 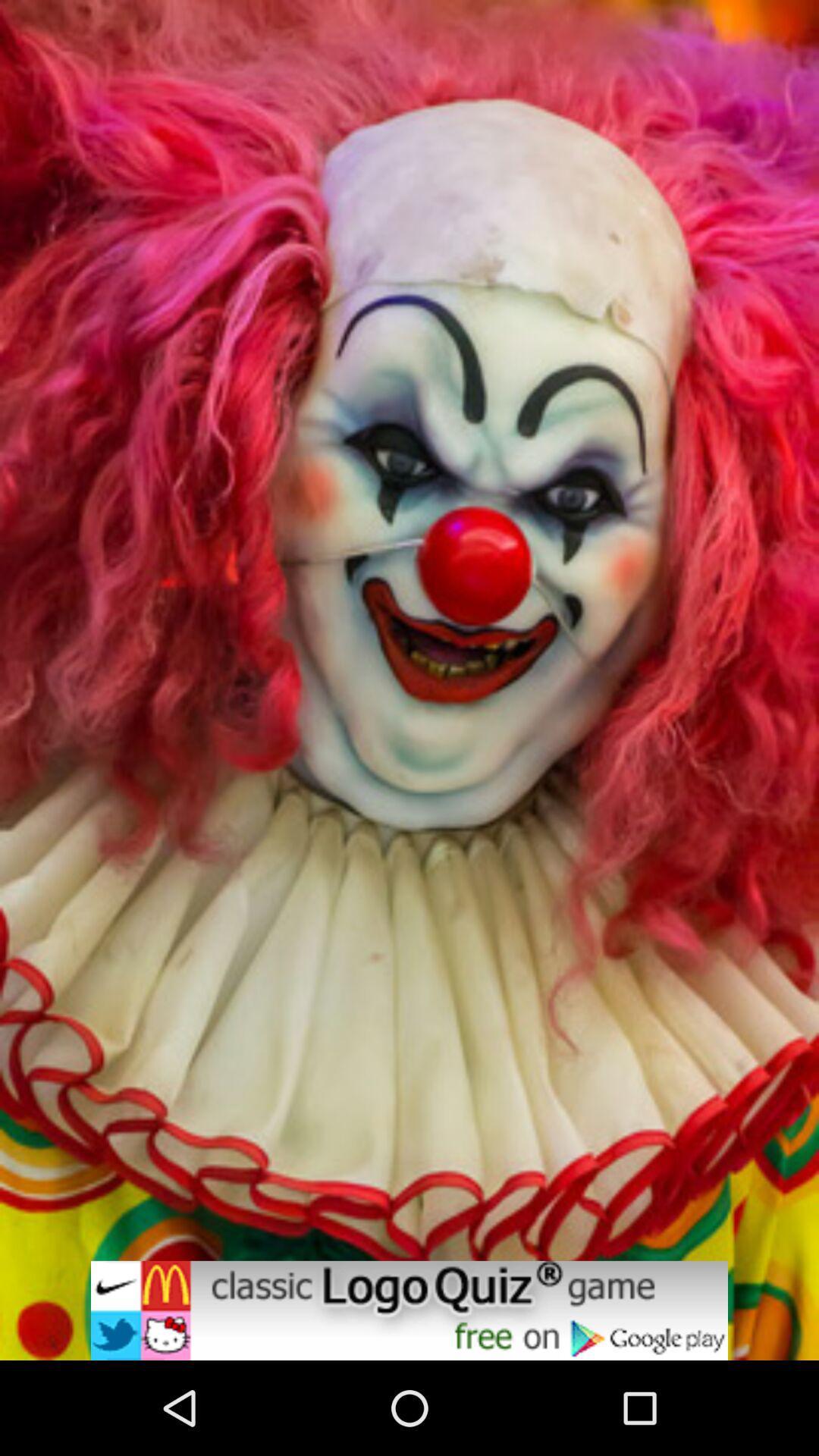 What do you see at coordinates (409, 1310) in the screenshot?
I see `click on game advertisement` at bounding box center [409, 1310].